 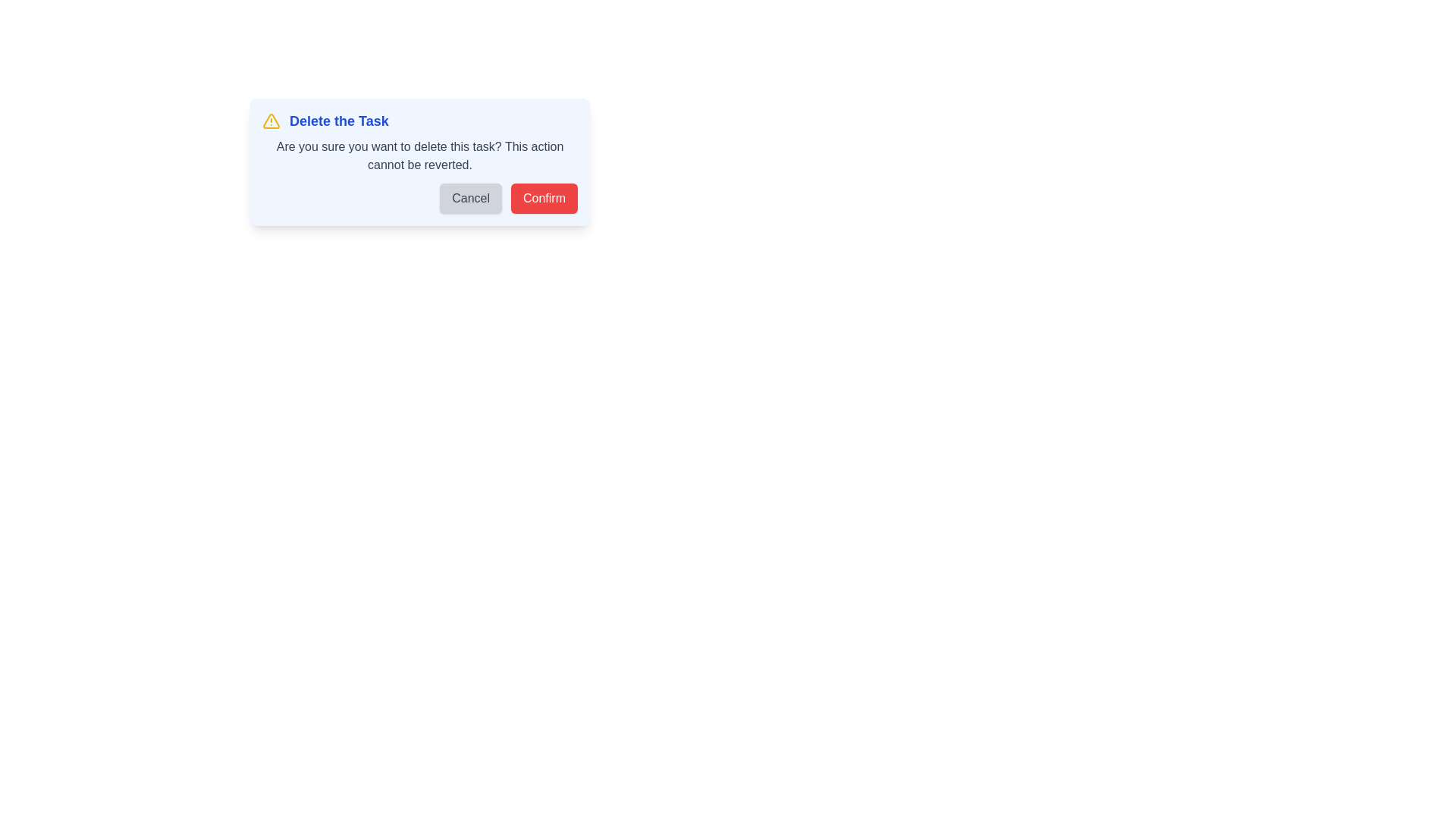 What do you see at coordinates (552, 162) in the screenshot?
I see `the 'Confirm' button in the Confirmation dialog that states 'Delete the Task' to proceed with deleting the task` at bounding box center [552, 162].